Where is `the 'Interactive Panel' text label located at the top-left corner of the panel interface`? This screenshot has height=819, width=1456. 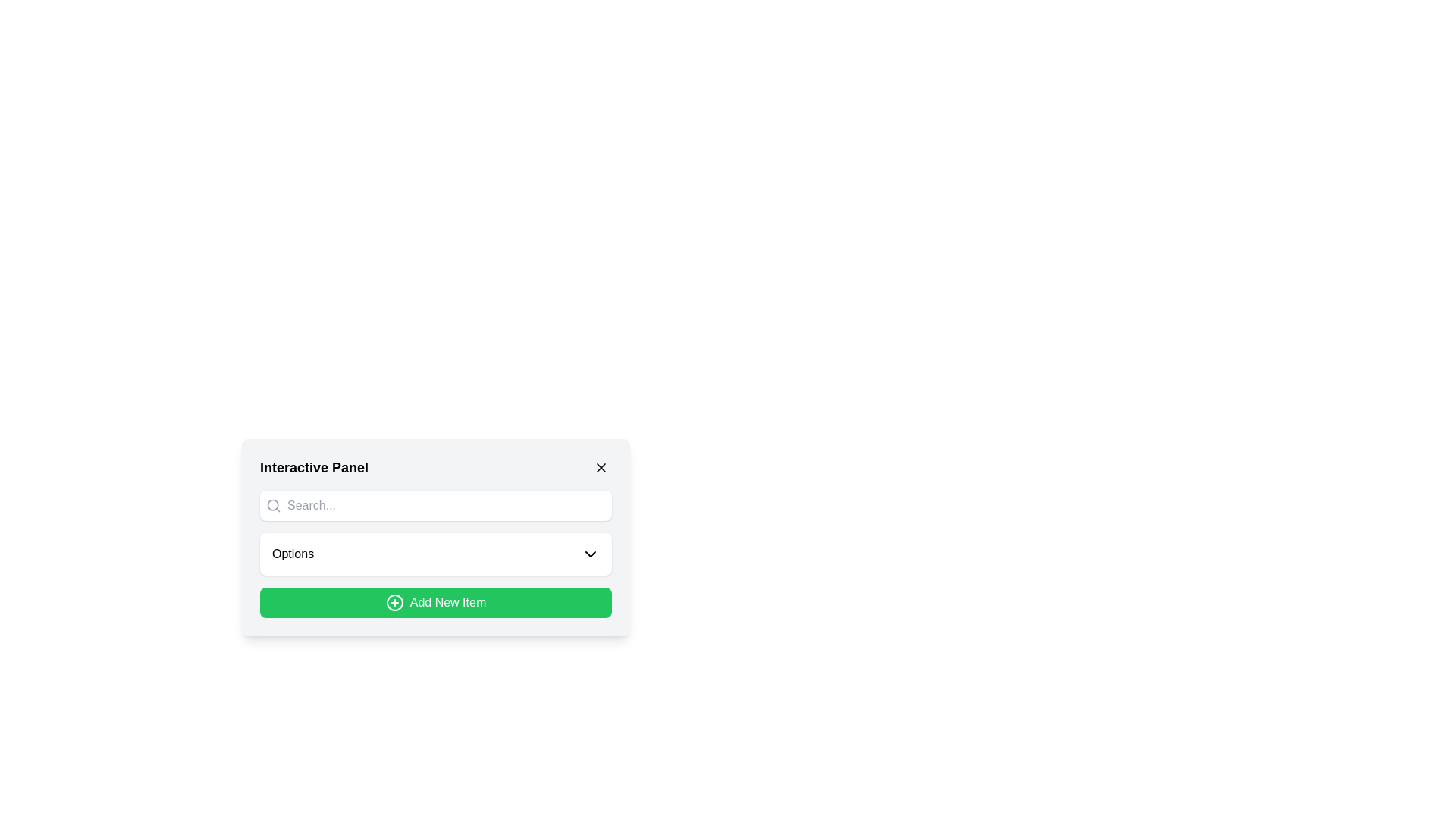 the 'Interactive Panel' text label located at the top-left corner of the panel interface is located at coordinates (313, 467).